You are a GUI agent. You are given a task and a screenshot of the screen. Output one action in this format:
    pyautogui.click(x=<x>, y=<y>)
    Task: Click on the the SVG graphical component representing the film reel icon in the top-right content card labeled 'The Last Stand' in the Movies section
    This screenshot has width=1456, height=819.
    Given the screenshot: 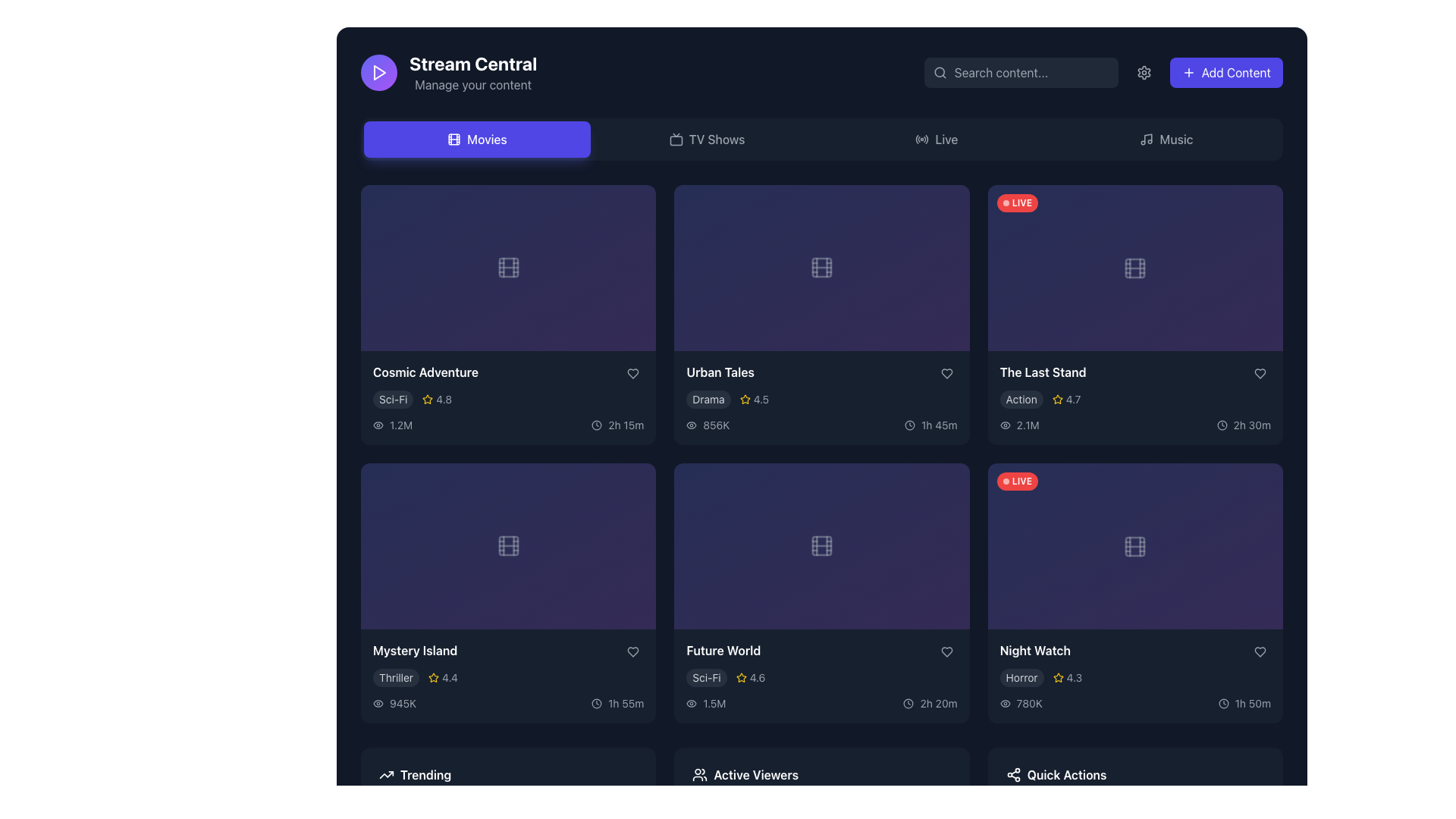 What is the action you would take?
    pyautogui.click(x=1135, y=267)
    